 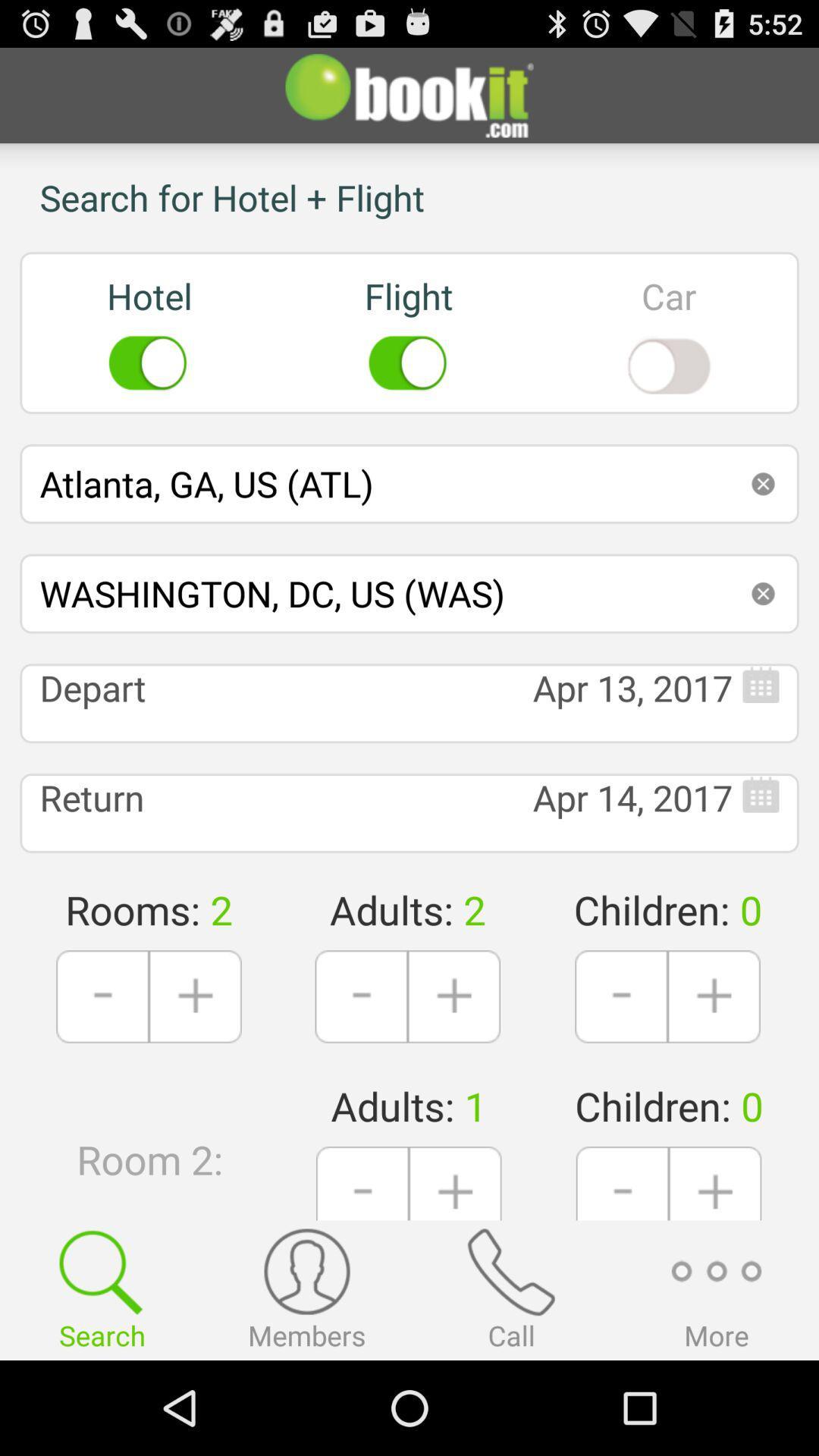 I want to click on the minus icon, so click(x=361, y=1065).